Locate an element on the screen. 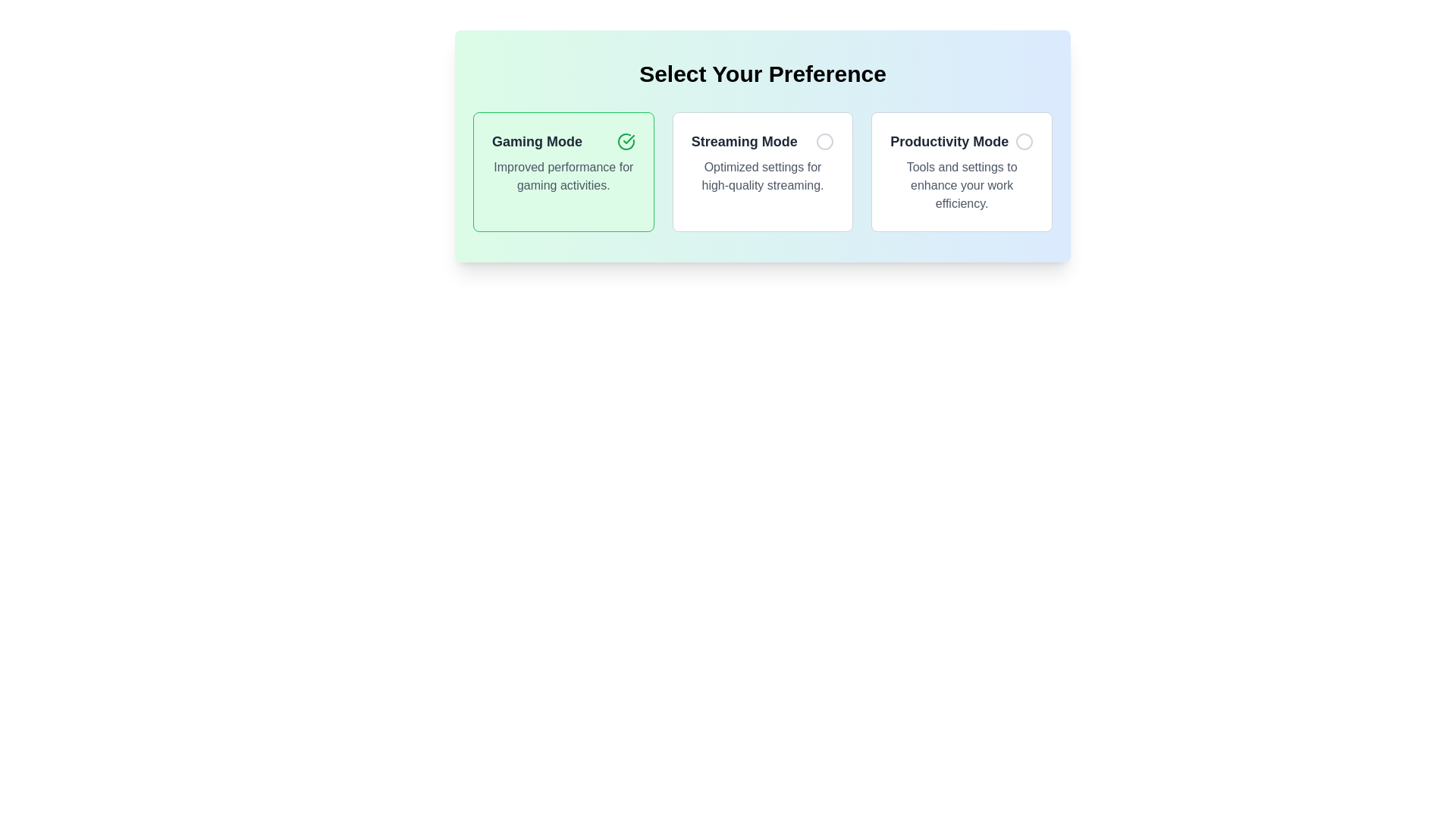 The image size is (1456, 819). the light gray hollow circular radio button indicator for the 'Streaming Mode' option is located at coordinates (824, 141).